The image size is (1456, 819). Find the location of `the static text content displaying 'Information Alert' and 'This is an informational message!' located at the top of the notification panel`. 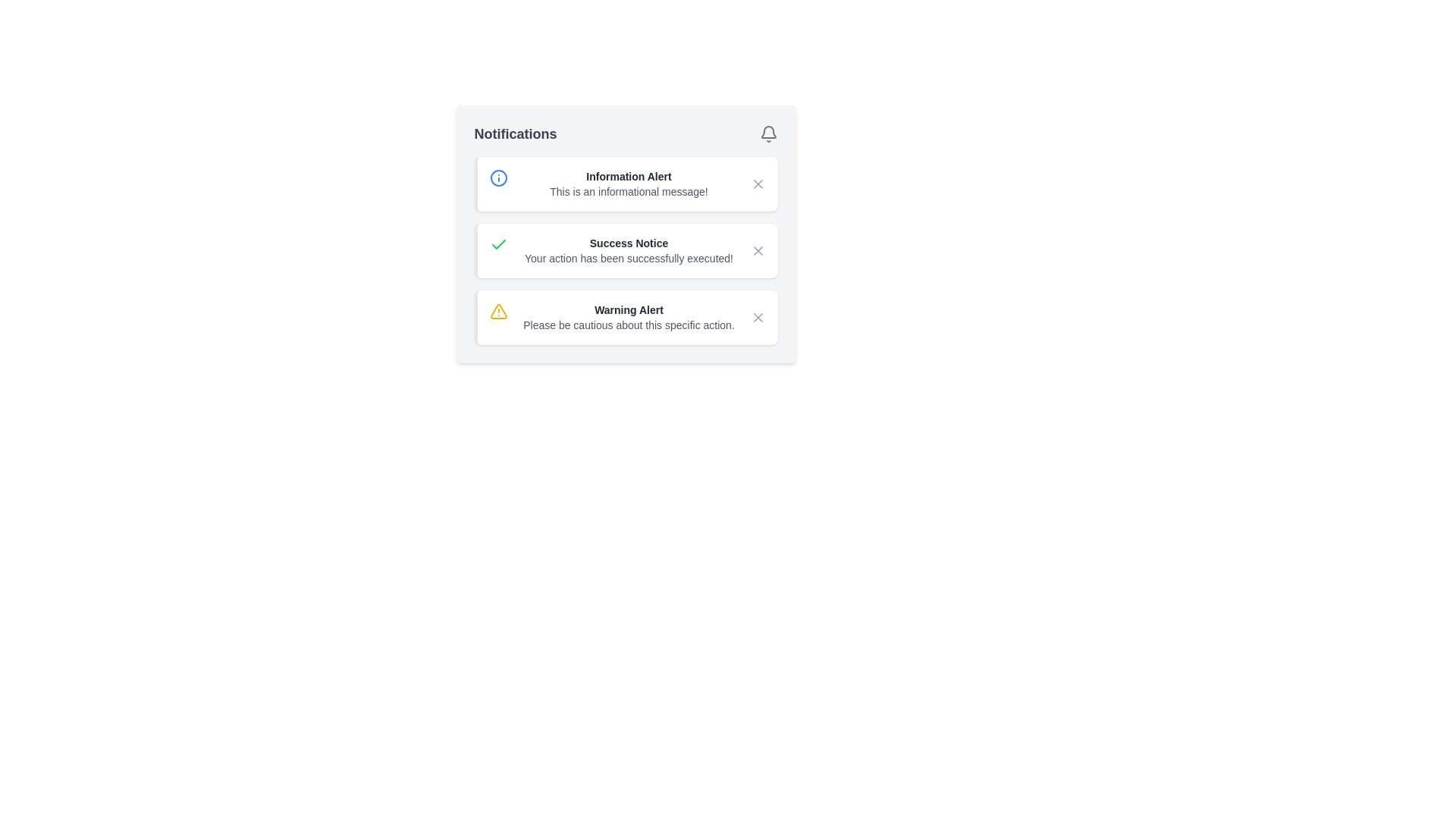

the static text content displaying 'Information Alert' and 'This is an informational message!' located at the top of the notification panel is located at coordinates (629, 184).